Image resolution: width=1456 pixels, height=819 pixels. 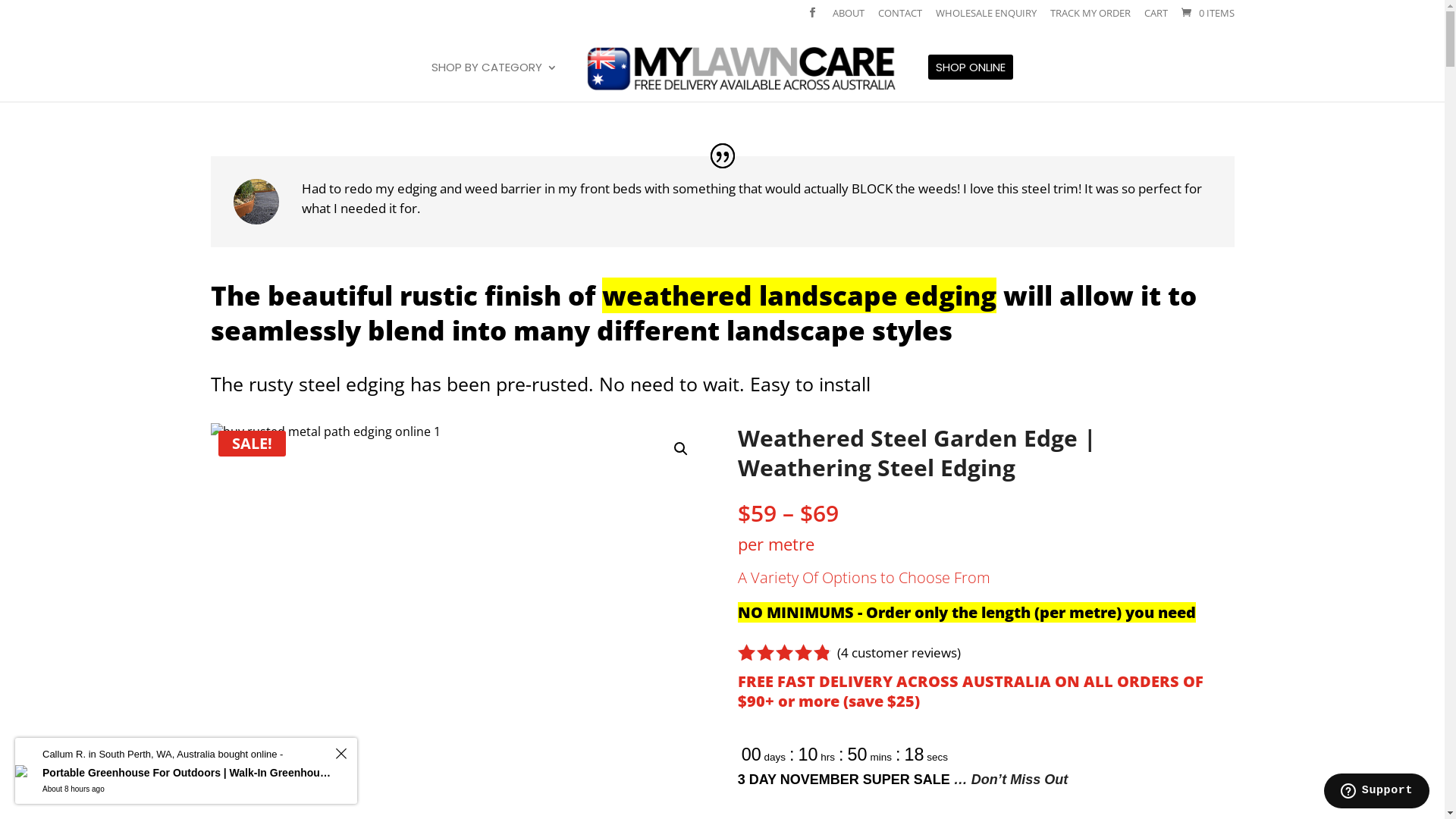 What do you see at coordinates (1376, 792) in the screenshot?
I see `'Opens a widget where you can find more information'` at bounding box center [1376, 792].